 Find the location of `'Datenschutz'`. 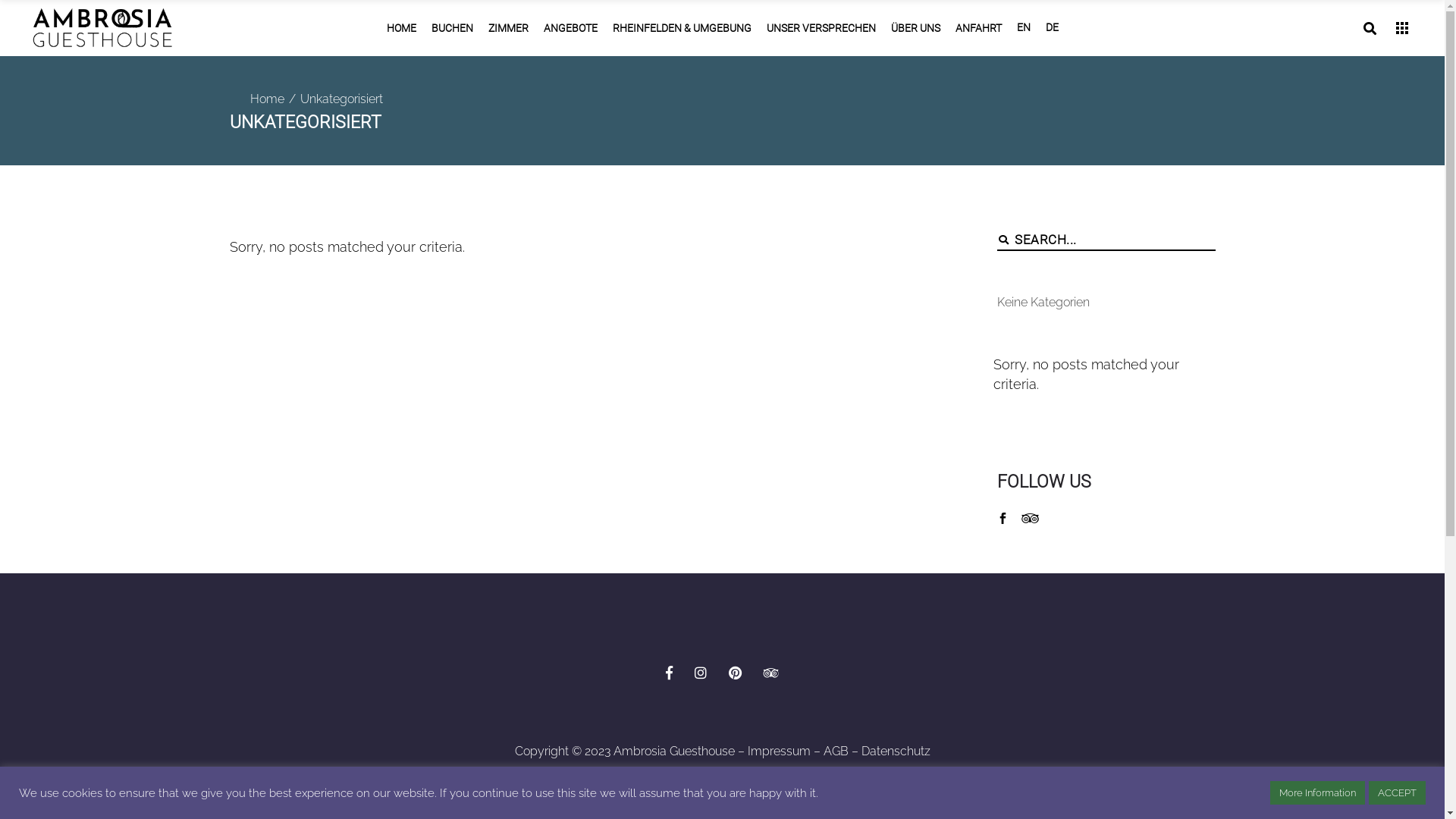

'Datenschutz' is located at coordinates (861, 751).